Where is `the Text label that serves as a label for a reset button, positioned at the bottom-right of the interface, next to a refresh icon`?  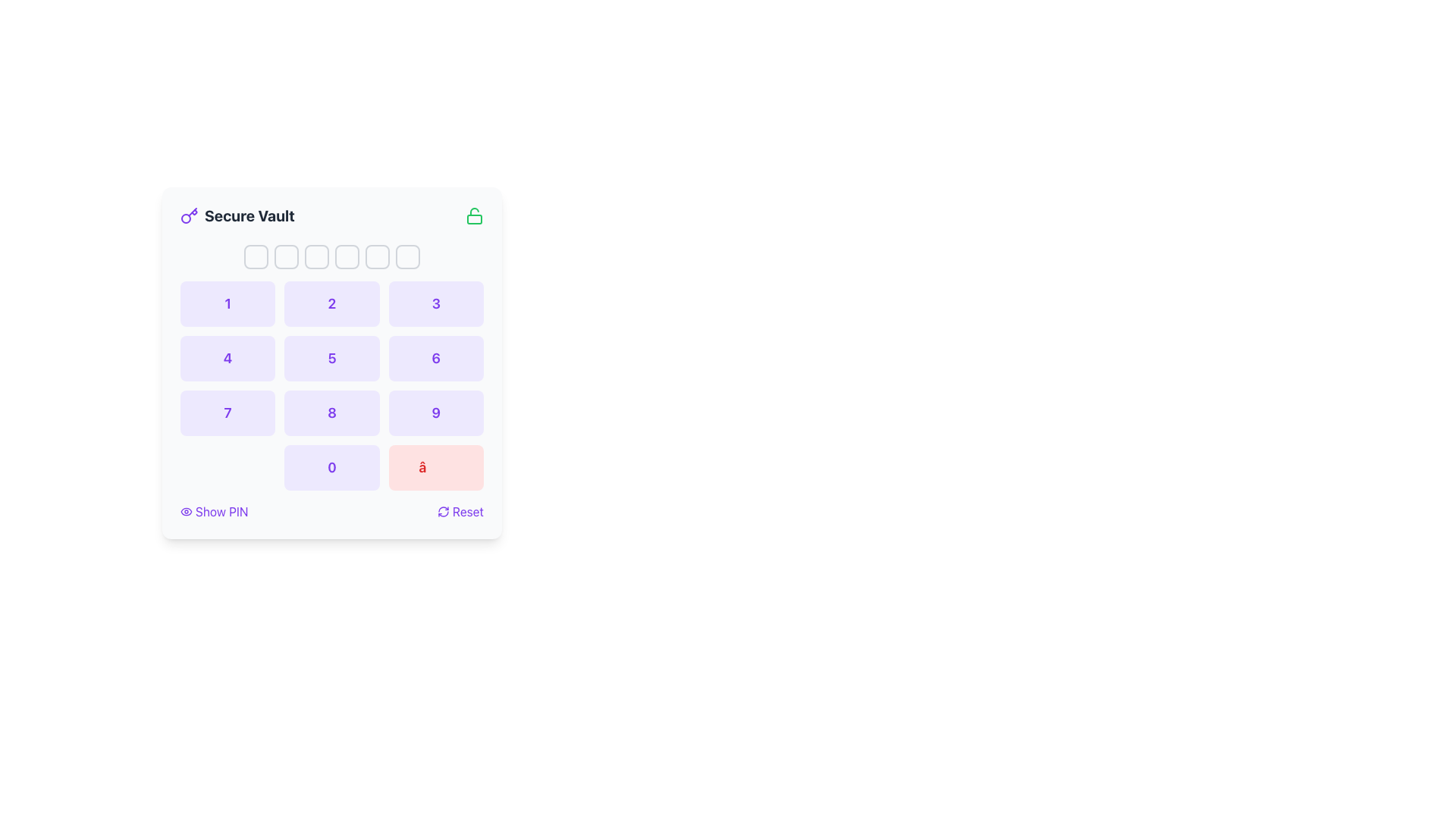 the Text label that serves as a label for a reset button, positioned at the bottom-right of the interface, next to a refresh icon is located at coordinates (467, 512).